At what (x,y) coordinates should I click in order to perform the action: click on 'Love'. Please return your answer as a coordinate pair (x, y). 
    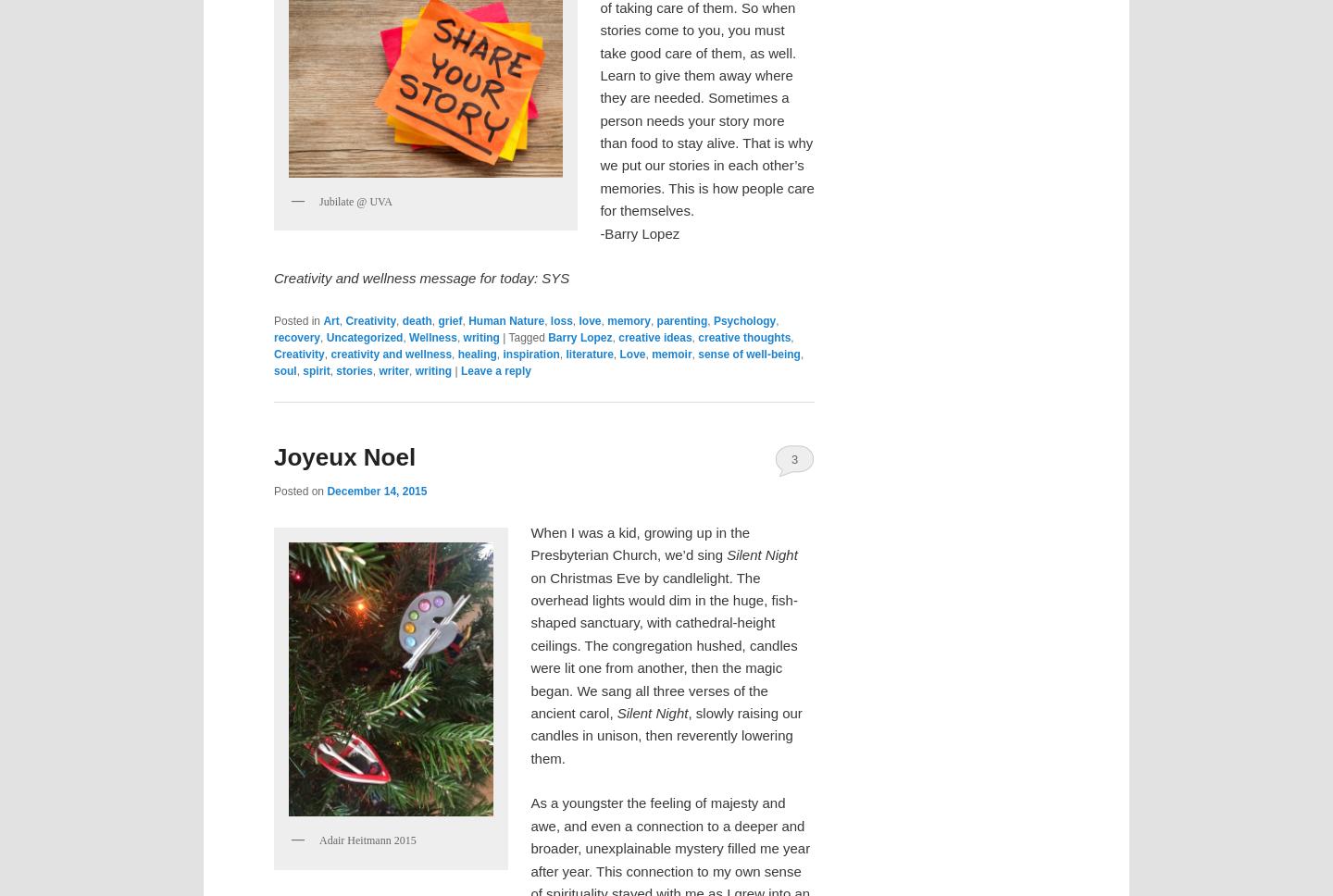
    Looking at the image, I should click on (631, 354).